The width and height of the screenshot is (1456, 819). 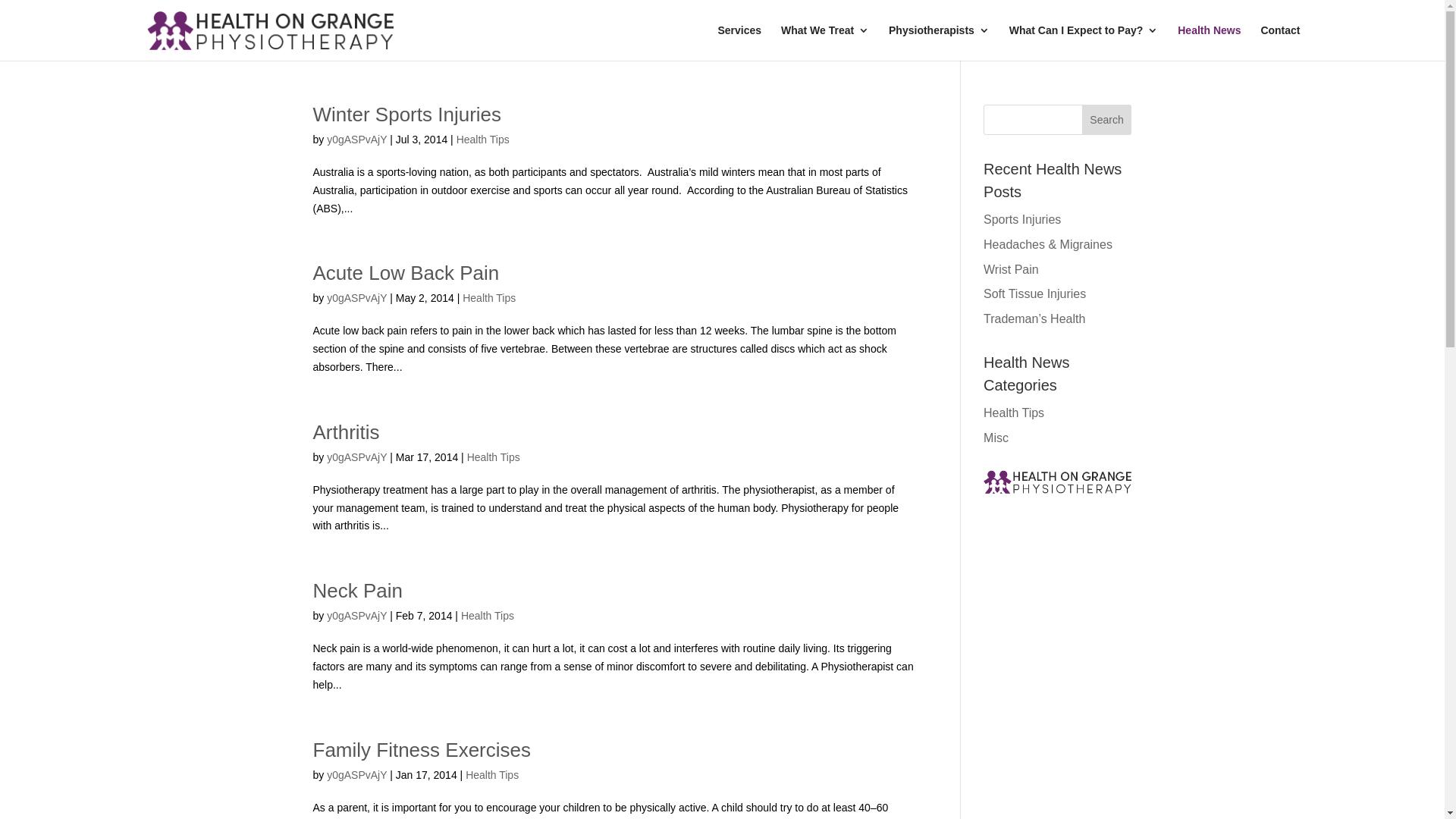 I want to click on 'Contact', so click(x=1279, y=42).